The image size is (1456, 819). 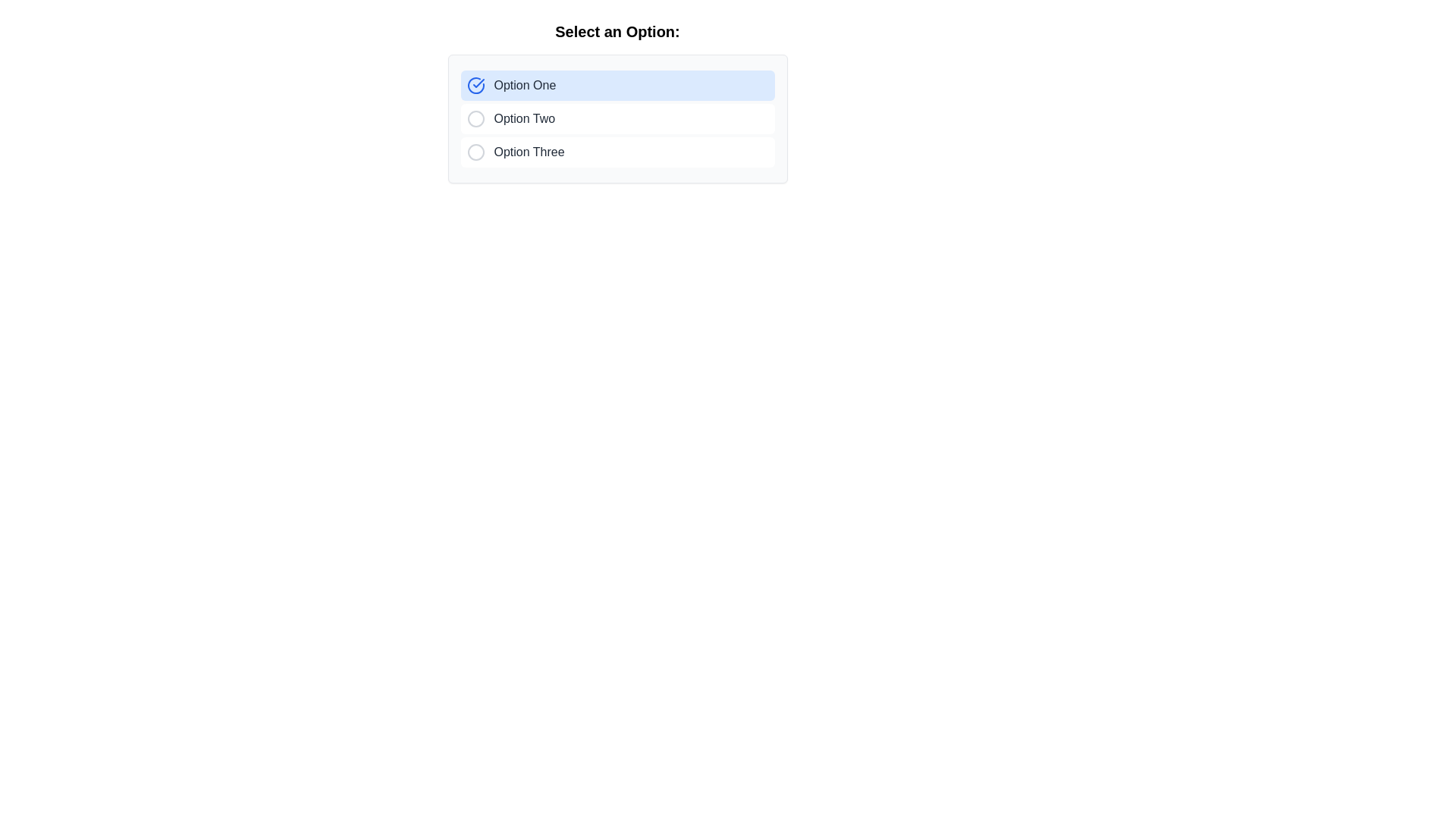 I want to click on the blue circular arc of the first radio button adjacent to the text 'Option One', so click(x=475, y=85).